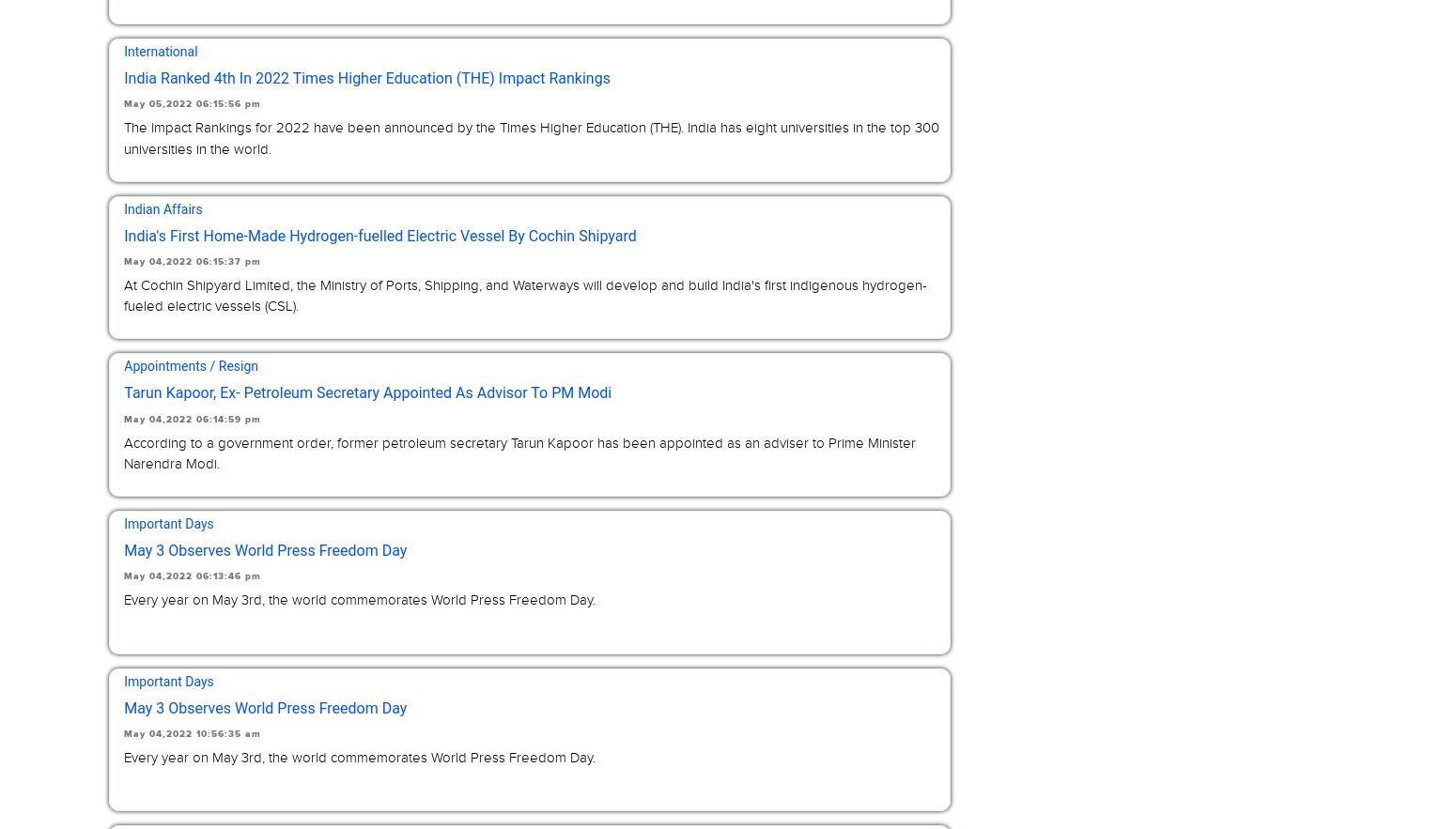 Image resolution: width=1456 pixels, height=829 pixels. Describe the element at coordinates (124, 50) in the screenshot. I see `'International'` at that location.